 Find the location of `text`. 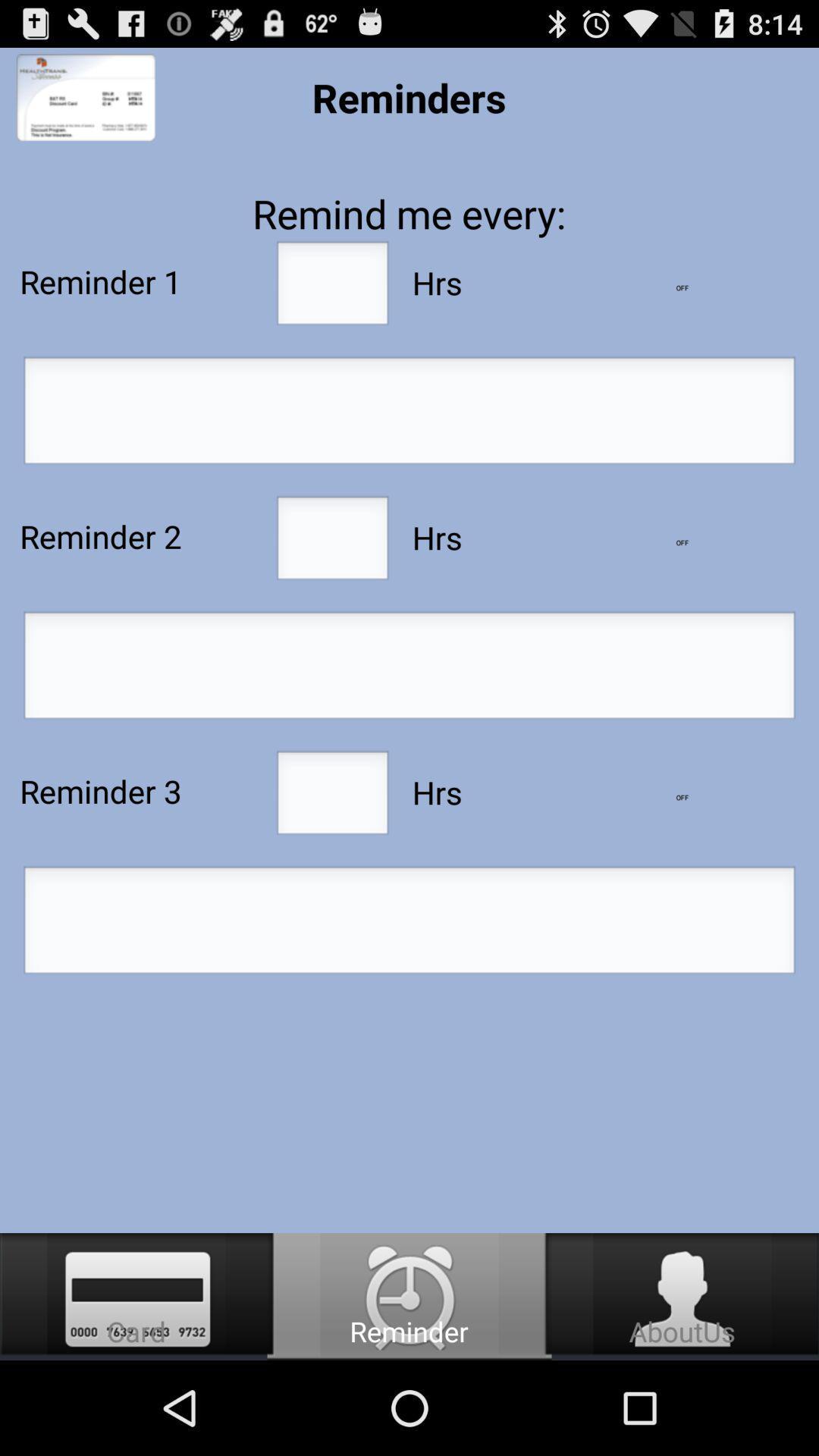

text is located at coordinates (409, 924).